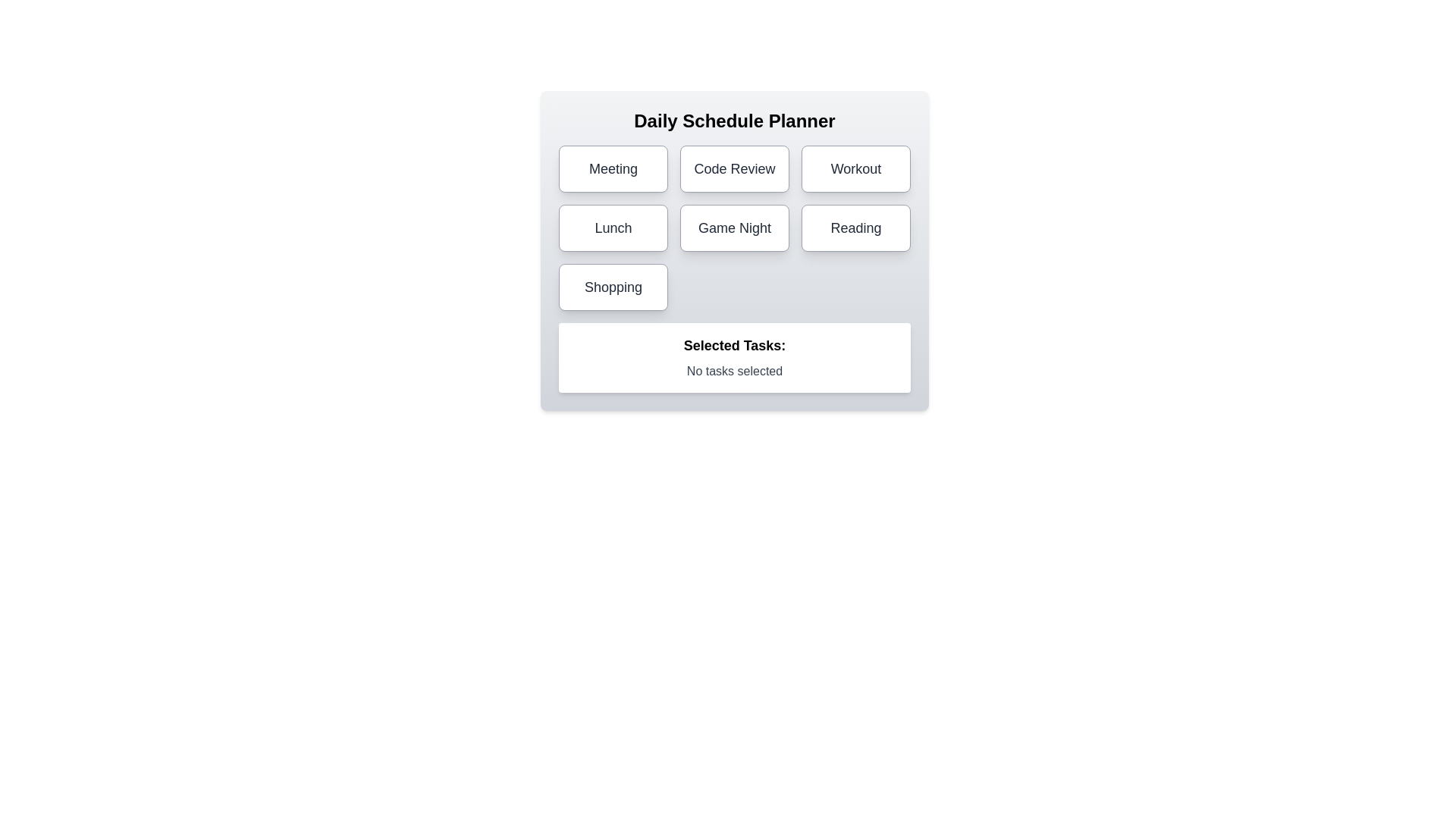 Image resolution: width=1456 pixels, height=819 pixels. What do you see at coordinates (613, 287) in the screenshot?
I see `the button corresponding to Shopping` at bounding box center [613, 287].